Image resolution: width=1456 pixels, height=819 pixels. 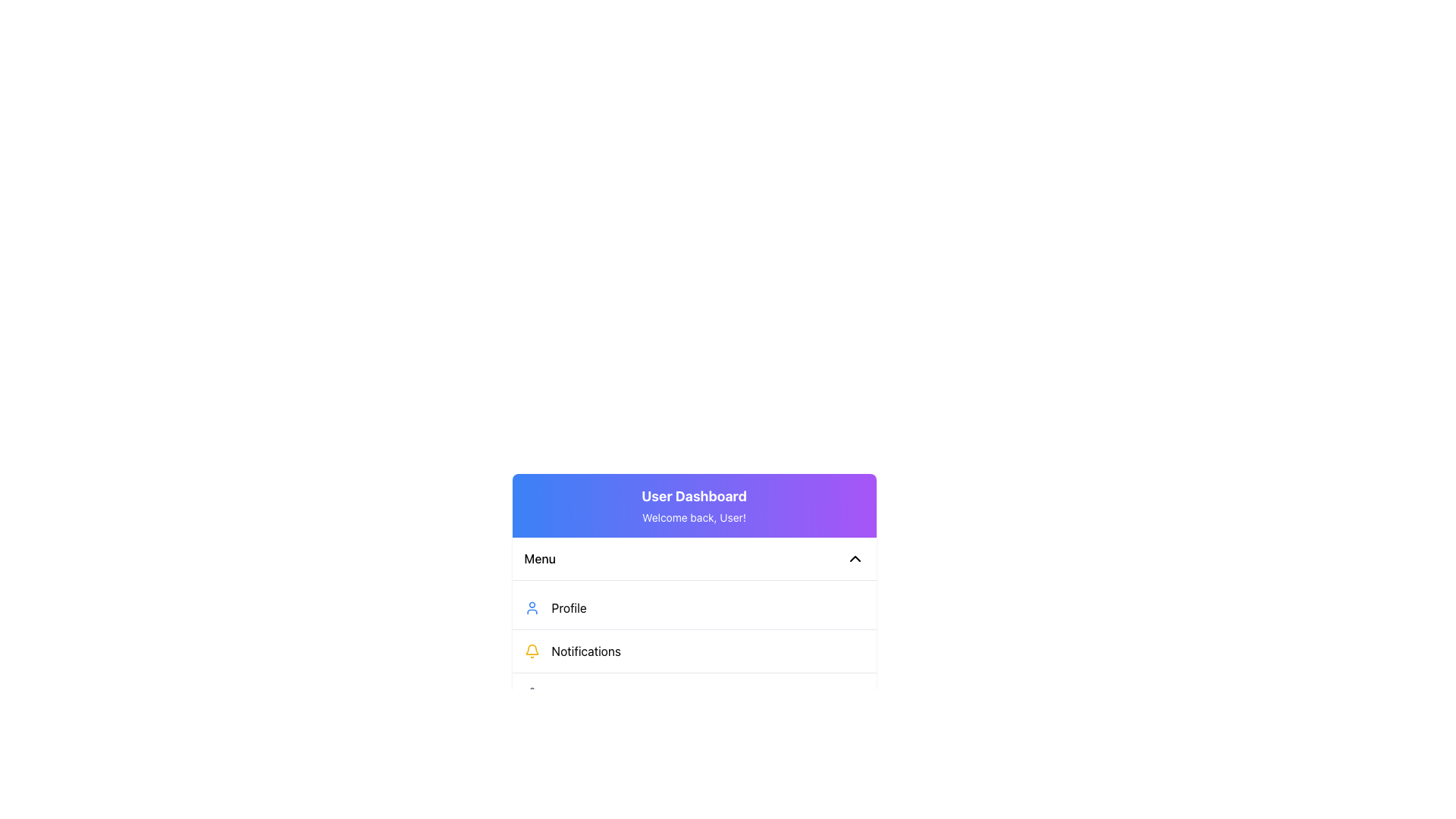 What do you see at coordinates (855, 558) in the screenshot?
I see `the Toggle Indicator Icon, a small, rotated chevron icon with a thin, rounded black stroke, located to the right of the 'Menu' text` at bounding box center [855, 558].